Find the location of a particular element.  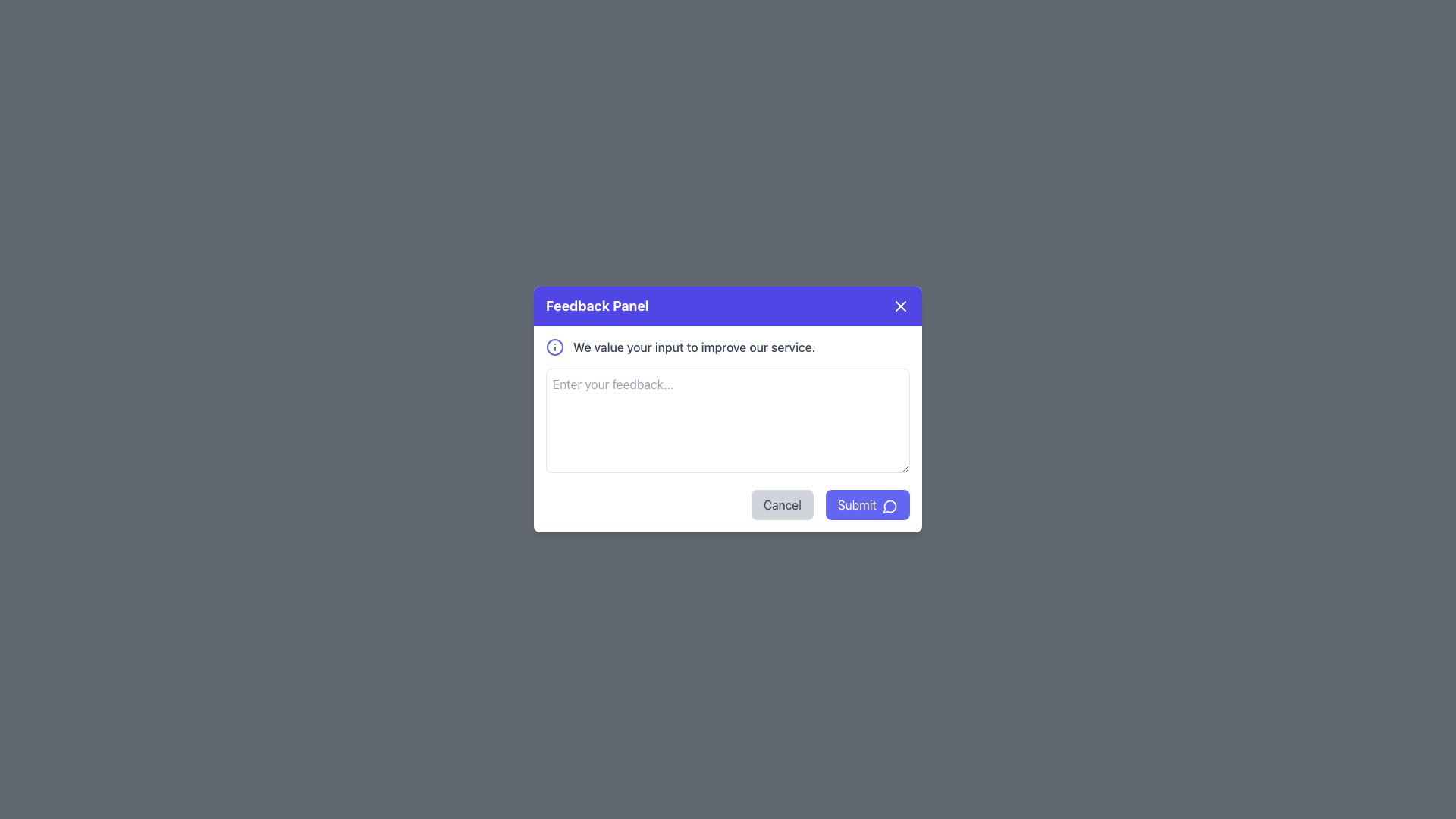

the circular message icon outlined in indigo, which is positioned on the right side of the 'Submit' button at the bottom-right of the feedback panel is located at coordinates (890, 506).